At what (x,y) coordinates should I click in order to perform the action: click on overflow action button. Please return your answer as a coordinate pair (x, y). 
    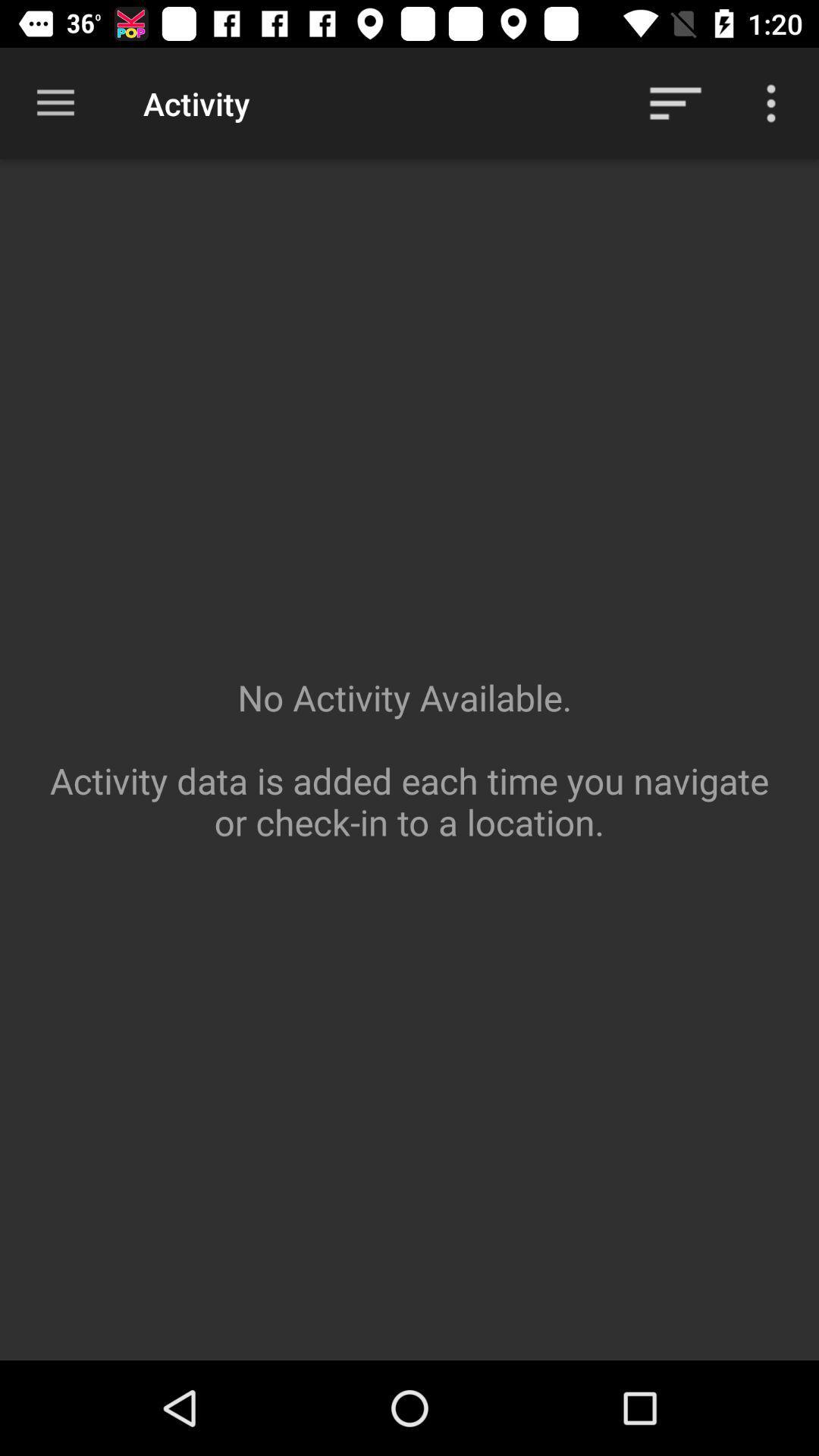
    Looking at the image, I should click on (771, 102).